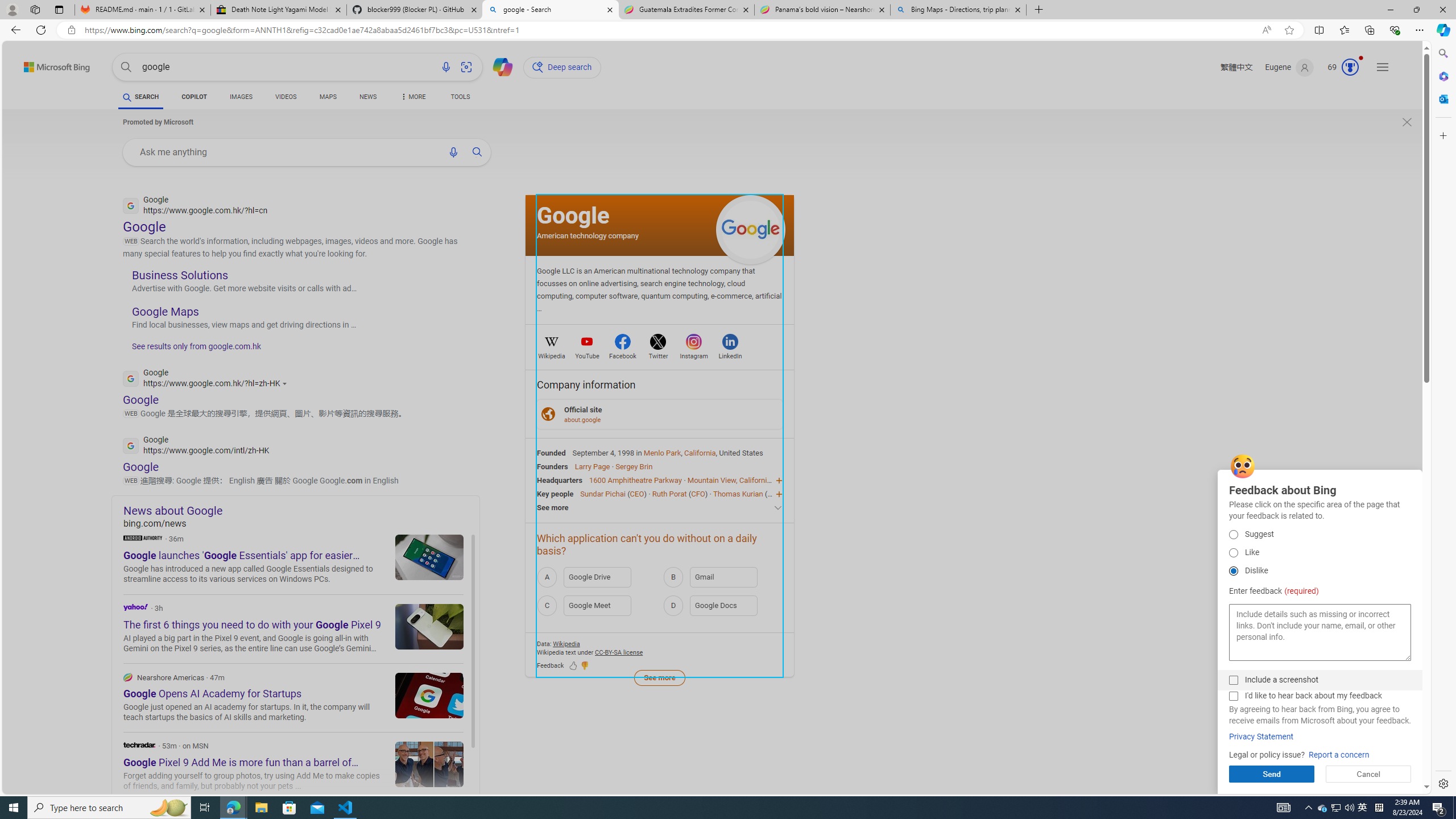  Describe the element at coordinates (1261, 737) in the screenshot. I see `'Privacy Statement'` at that location.